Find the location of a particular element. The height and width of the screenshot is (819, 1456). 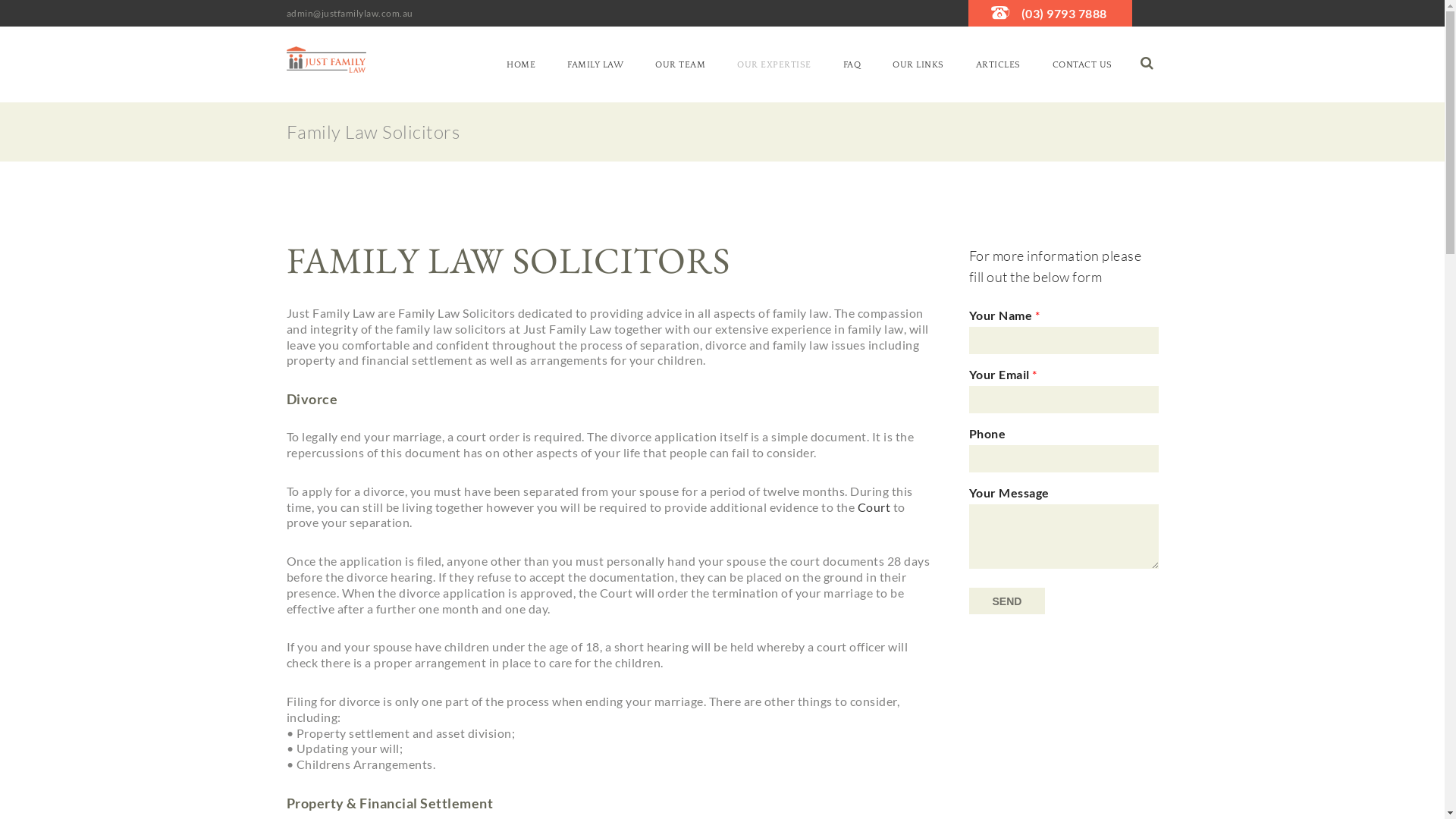

'admin@justfamilylaw.com.au' is located at coordinates (287, 13).